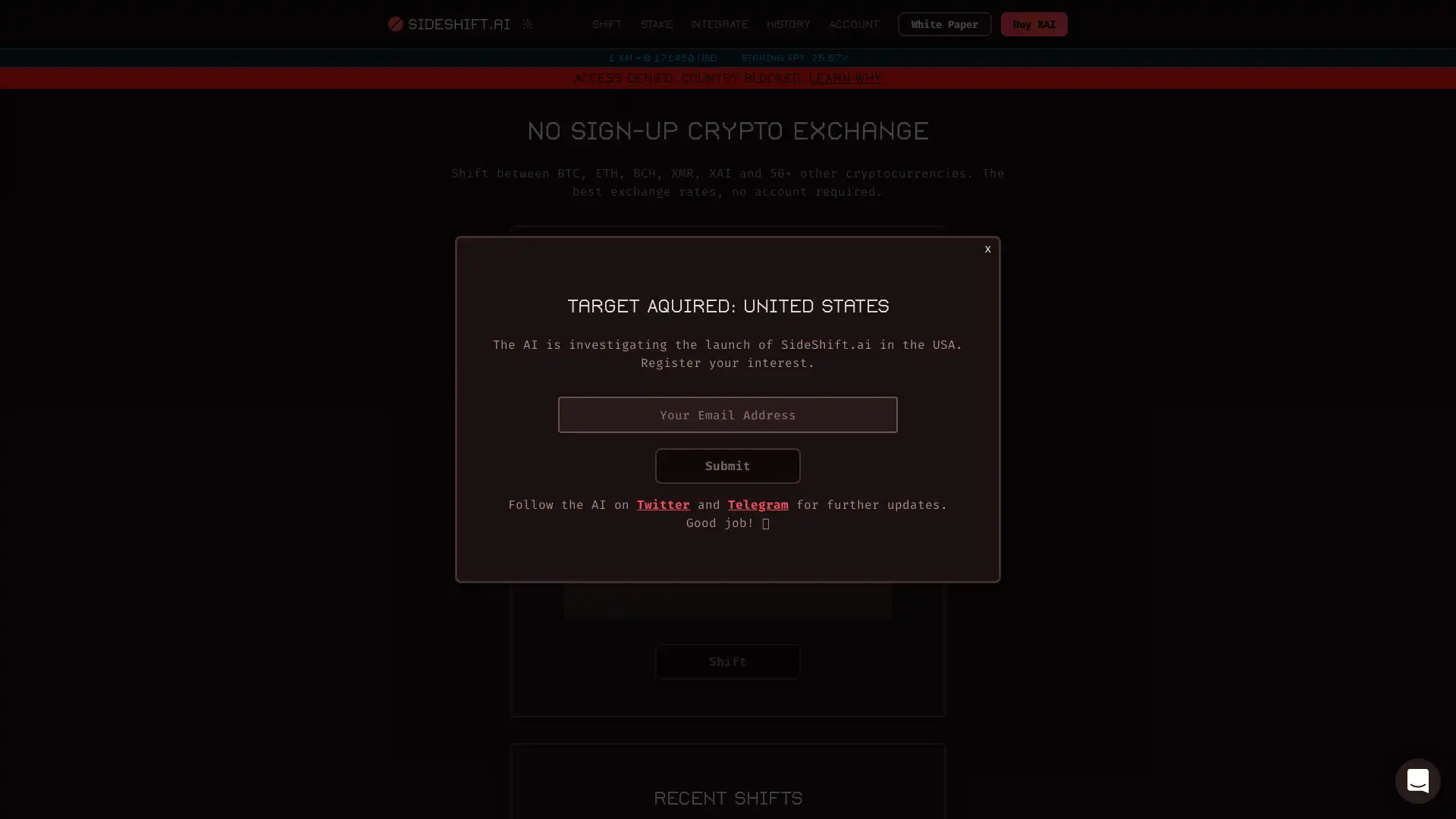 This screenshot has height=819, width=1456. Describe the element at coordinates (1417, 780) in the screenshot. I see `Open Intercom Messenger` at that location.